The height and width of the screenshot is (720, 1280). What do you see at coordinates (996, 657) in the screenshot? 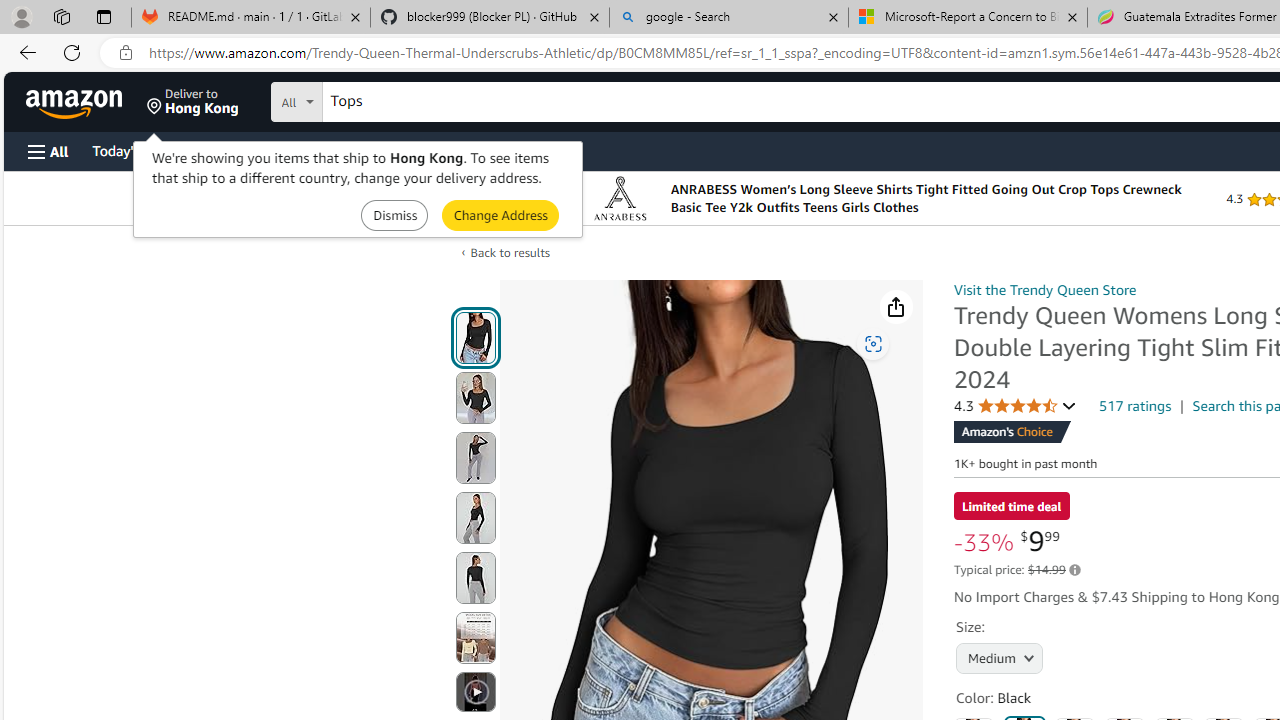
I see `'AutomationID: native_dropdown_selected_size_name'` at bounding box center [996, 657].